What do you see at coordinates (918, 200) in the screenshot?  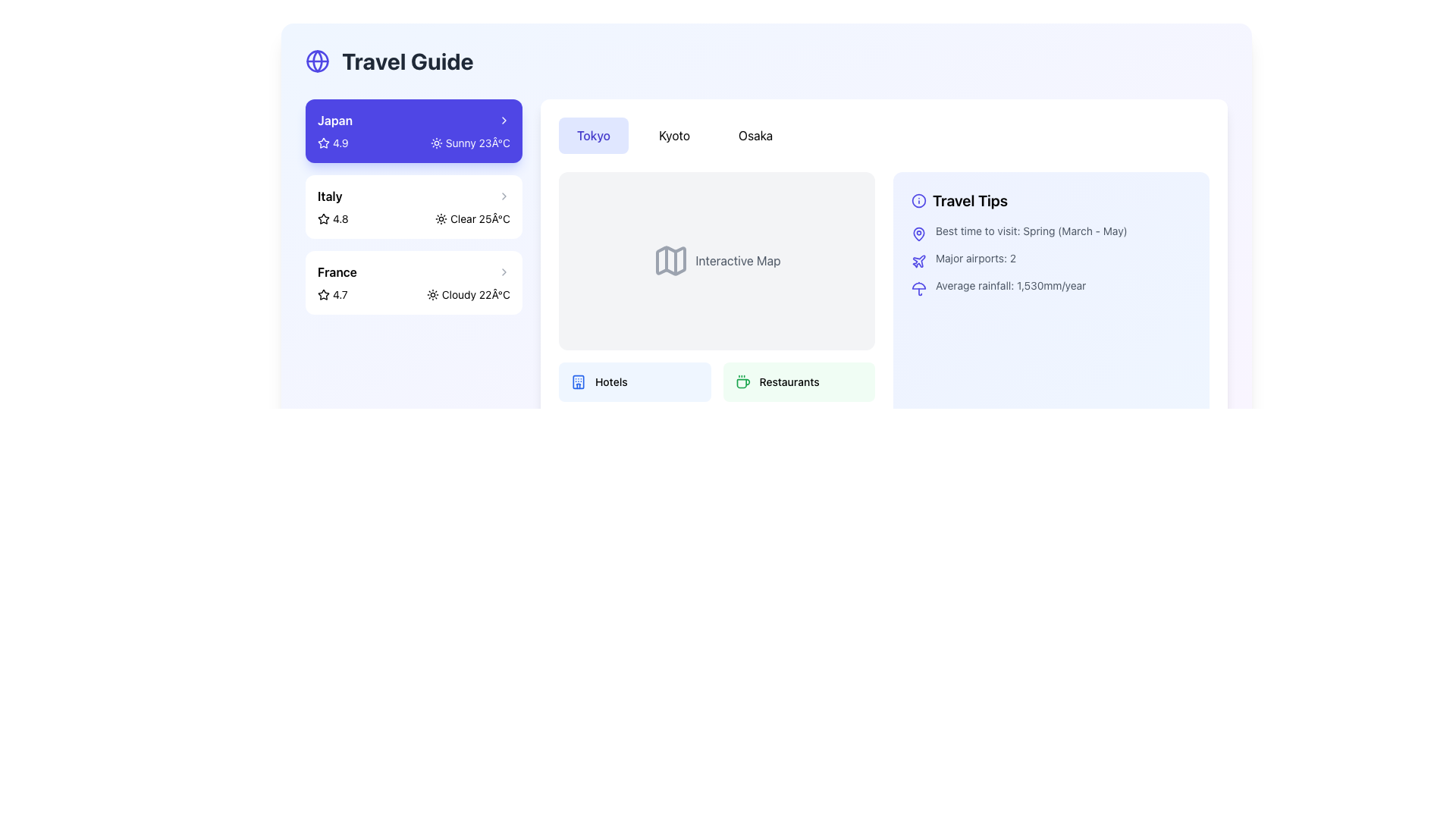 I see `the circular icon with a visible border and a central dot, located in the Travel Tips section before the 'Travel Tips' heading` at bounding box center [918, 200].